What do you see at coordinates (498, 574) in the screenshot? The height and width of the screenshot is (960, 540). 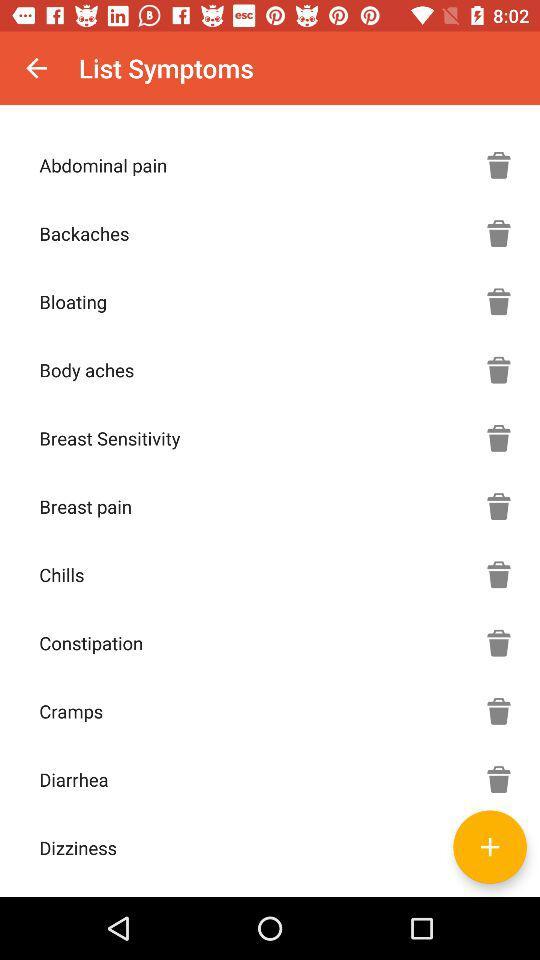 I see `delete` at bounding box center [498, 574].